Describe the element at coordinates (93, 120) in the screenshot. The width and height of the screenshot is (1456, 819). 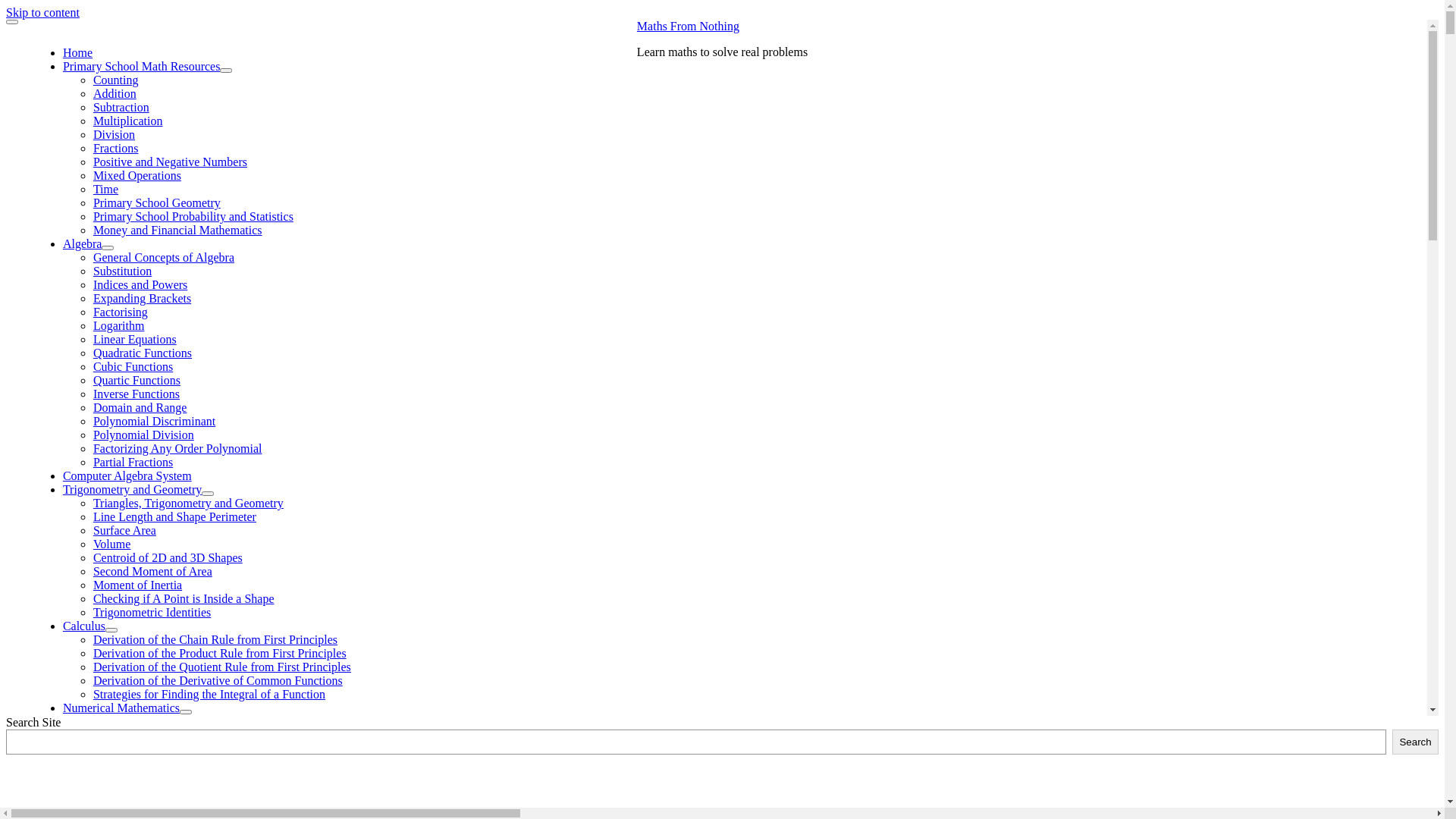
I see `'Multiplication'` at that location.